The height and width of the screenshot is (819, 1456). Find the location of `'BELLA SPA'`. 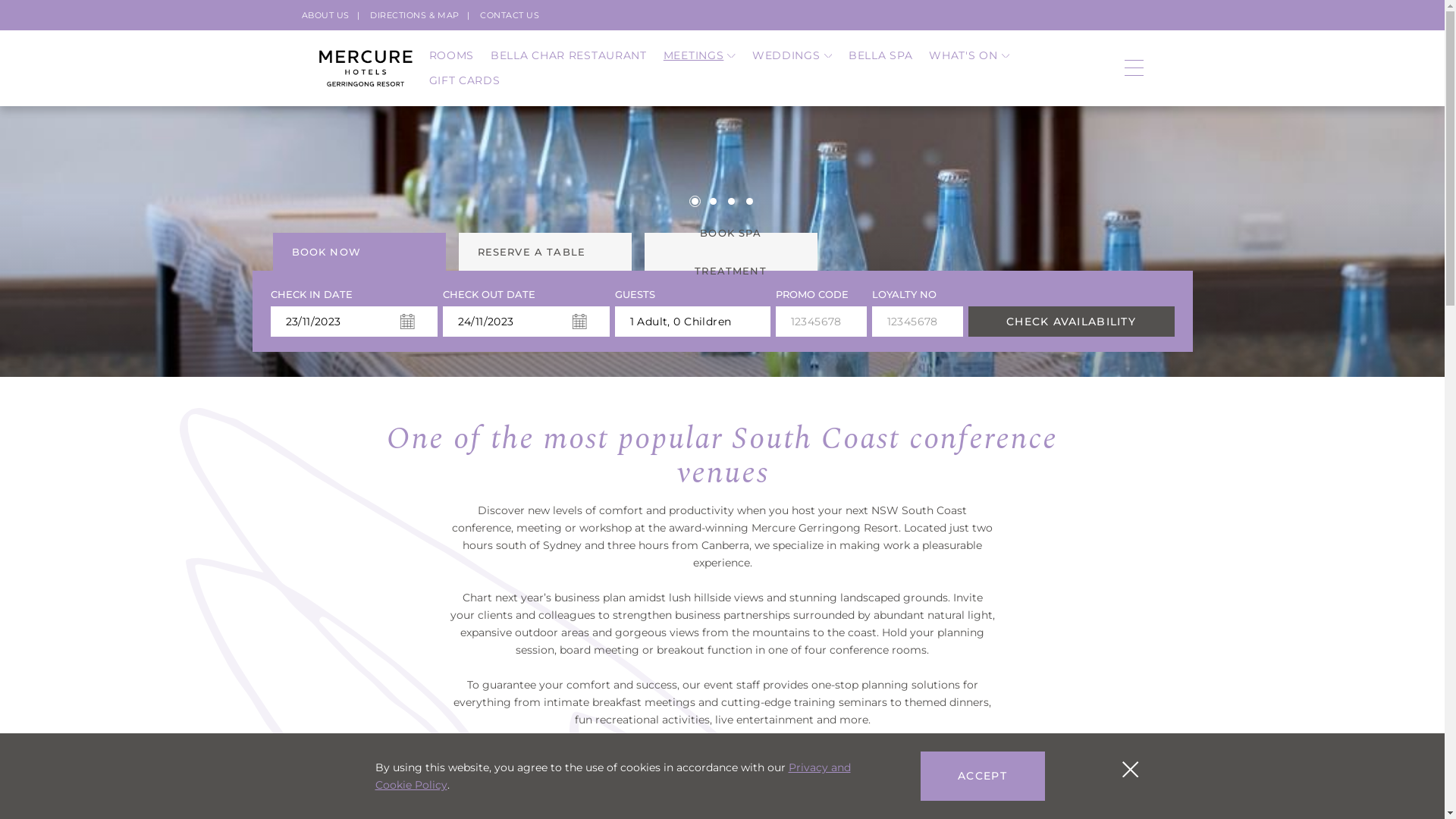

'BELLA SPA' is located at coordinates (880, 55).